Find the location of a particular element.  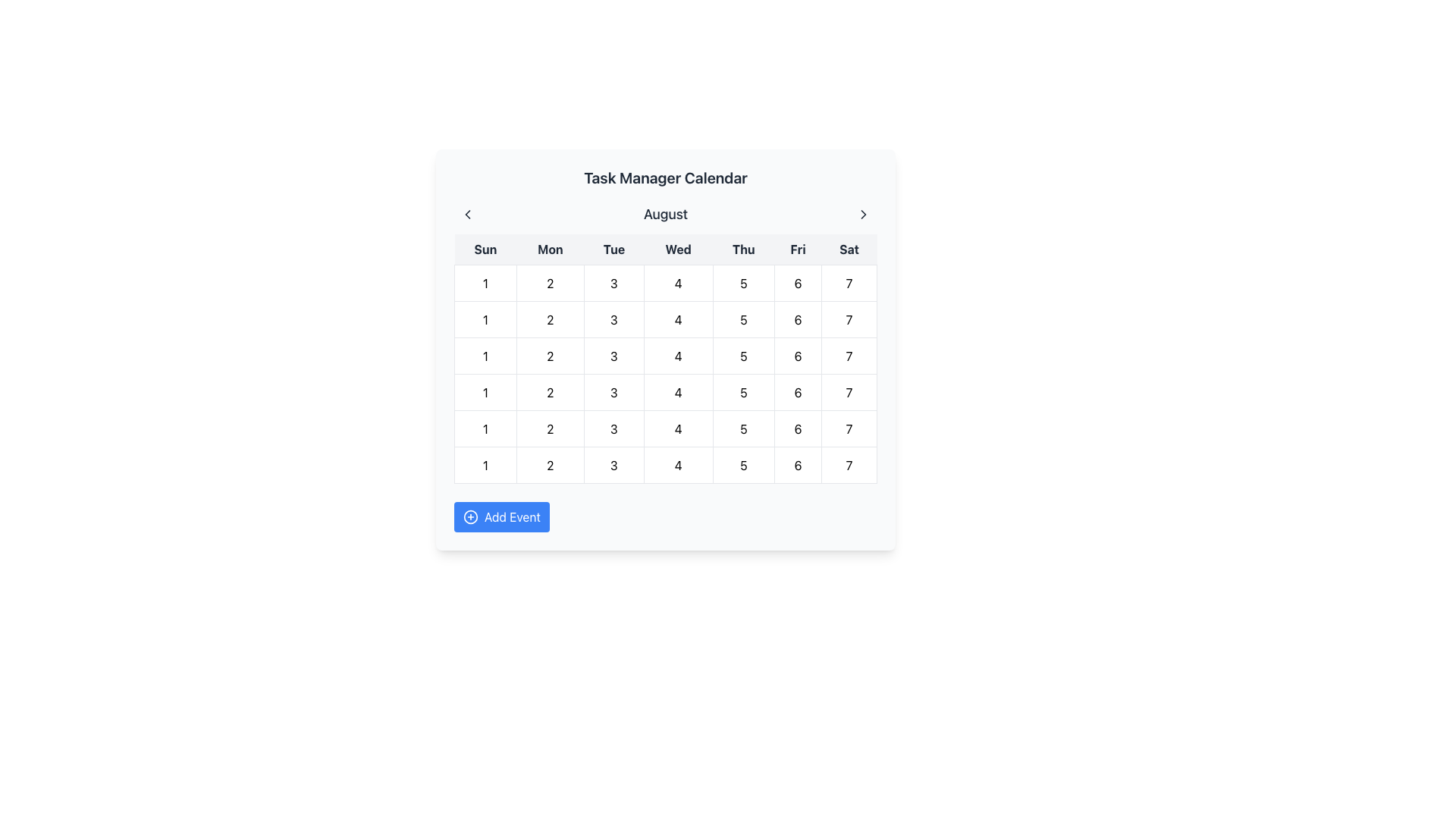

the date '2' in the calendar located in the second cell of the first row is located at coordinates (549, 318).